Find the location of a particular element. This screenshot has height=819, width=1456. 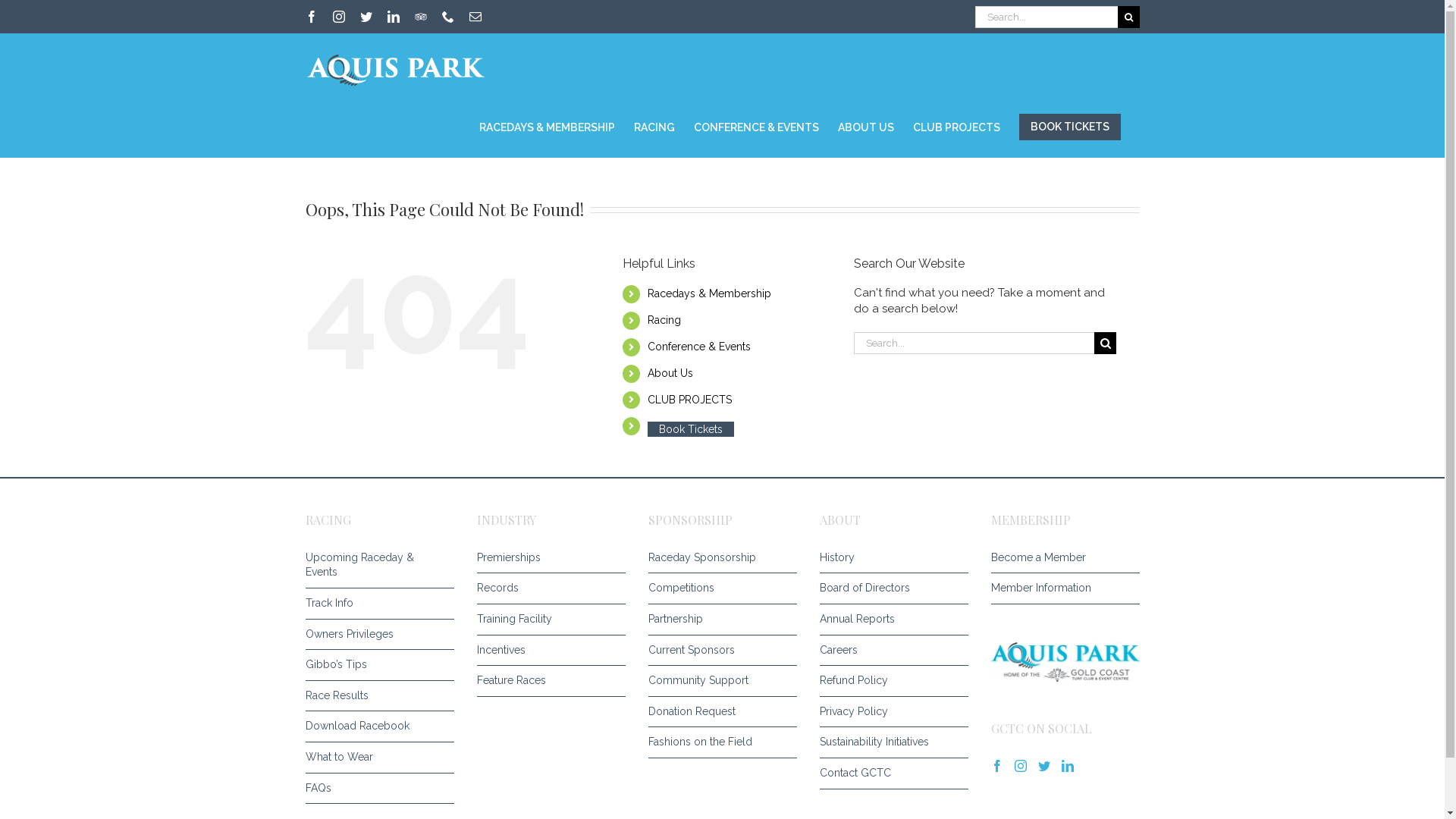

'Incentives' is located at coordinates (546, 649).